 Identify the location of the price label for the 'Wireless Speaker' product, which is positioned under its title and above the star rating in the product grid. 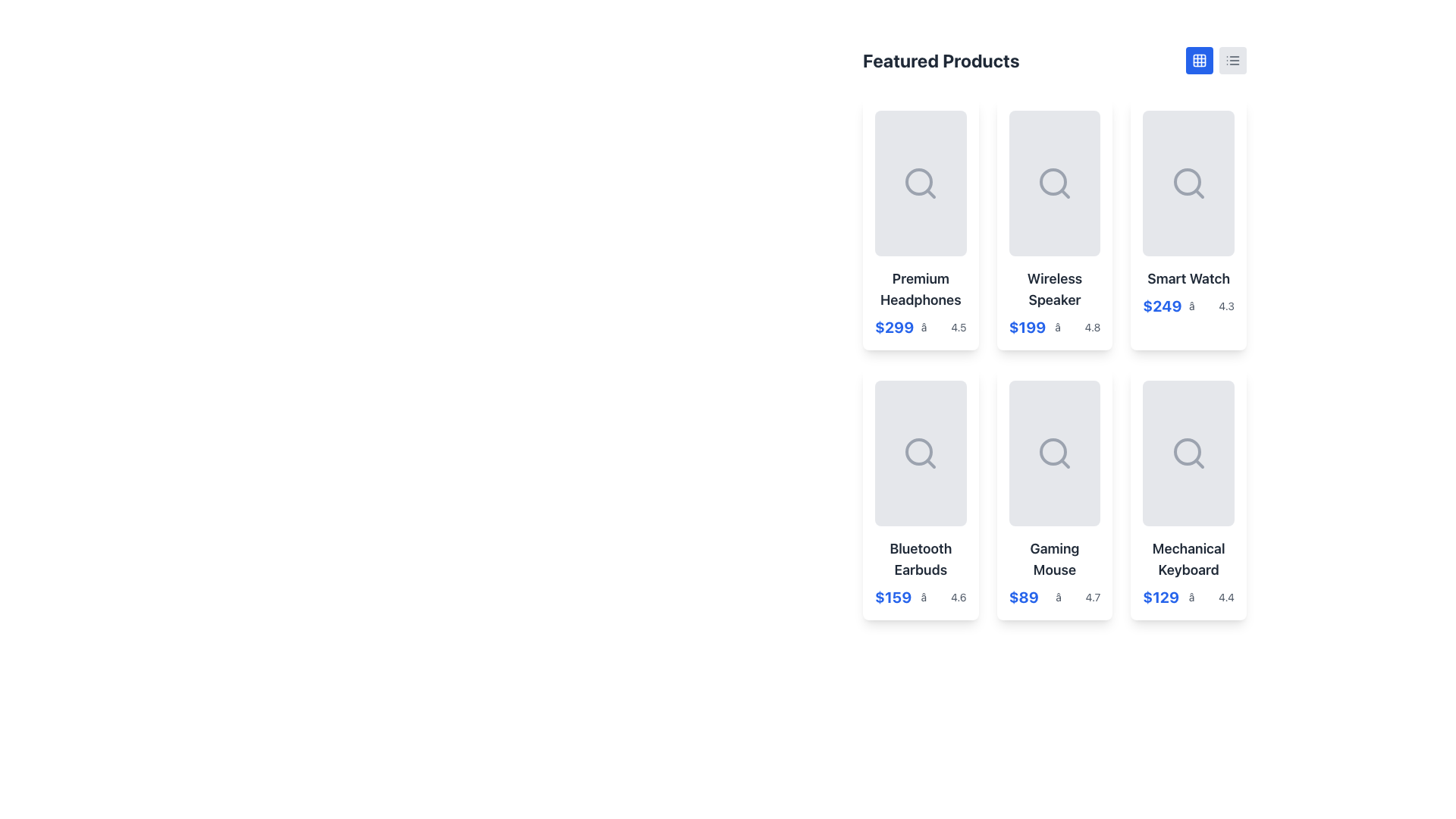
(1027, 327).